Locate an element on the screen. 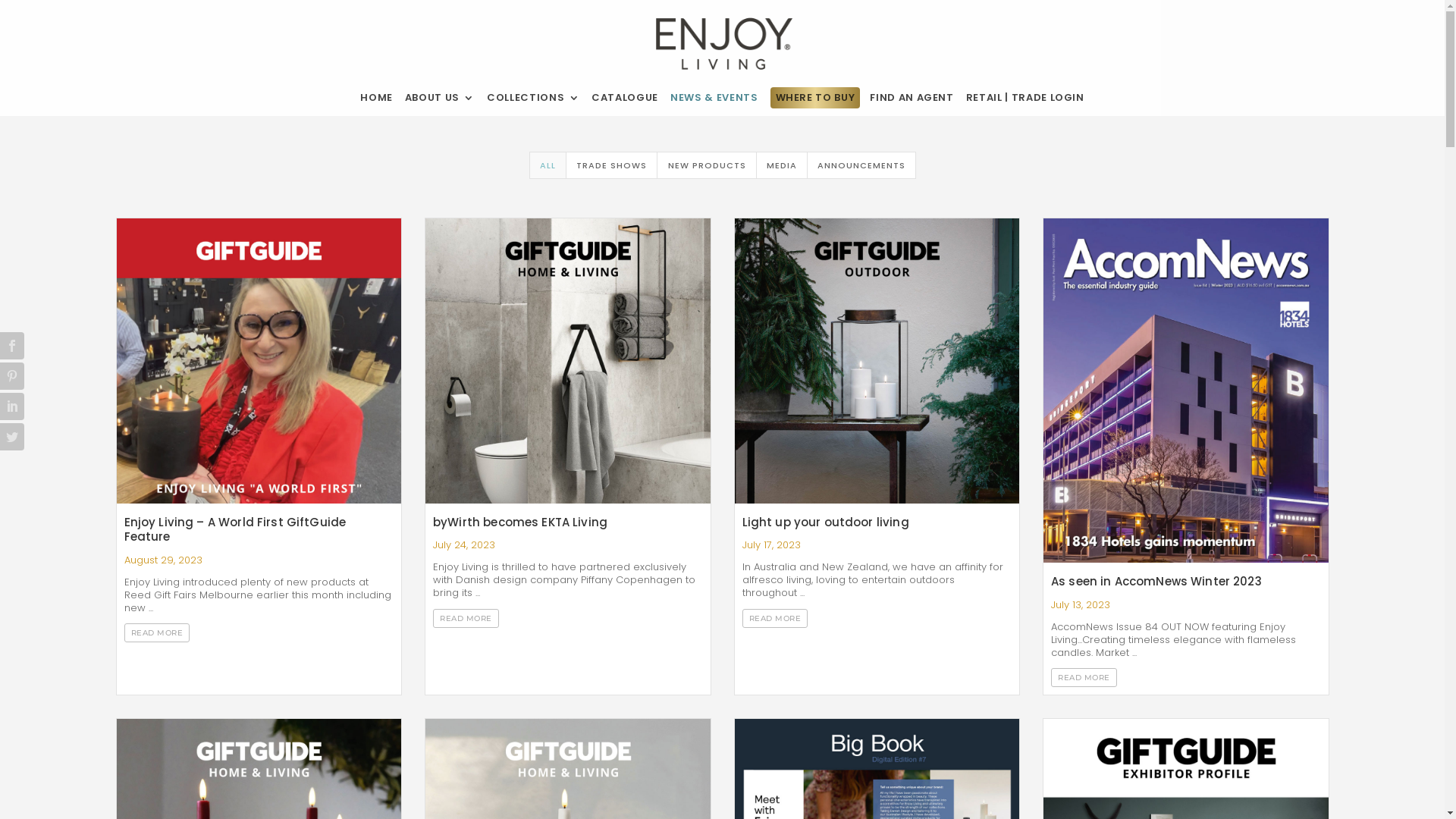 Image resolution: width=1456 pixels, height=819 pixels. 'HOME' is located at coordinates (376, 97).